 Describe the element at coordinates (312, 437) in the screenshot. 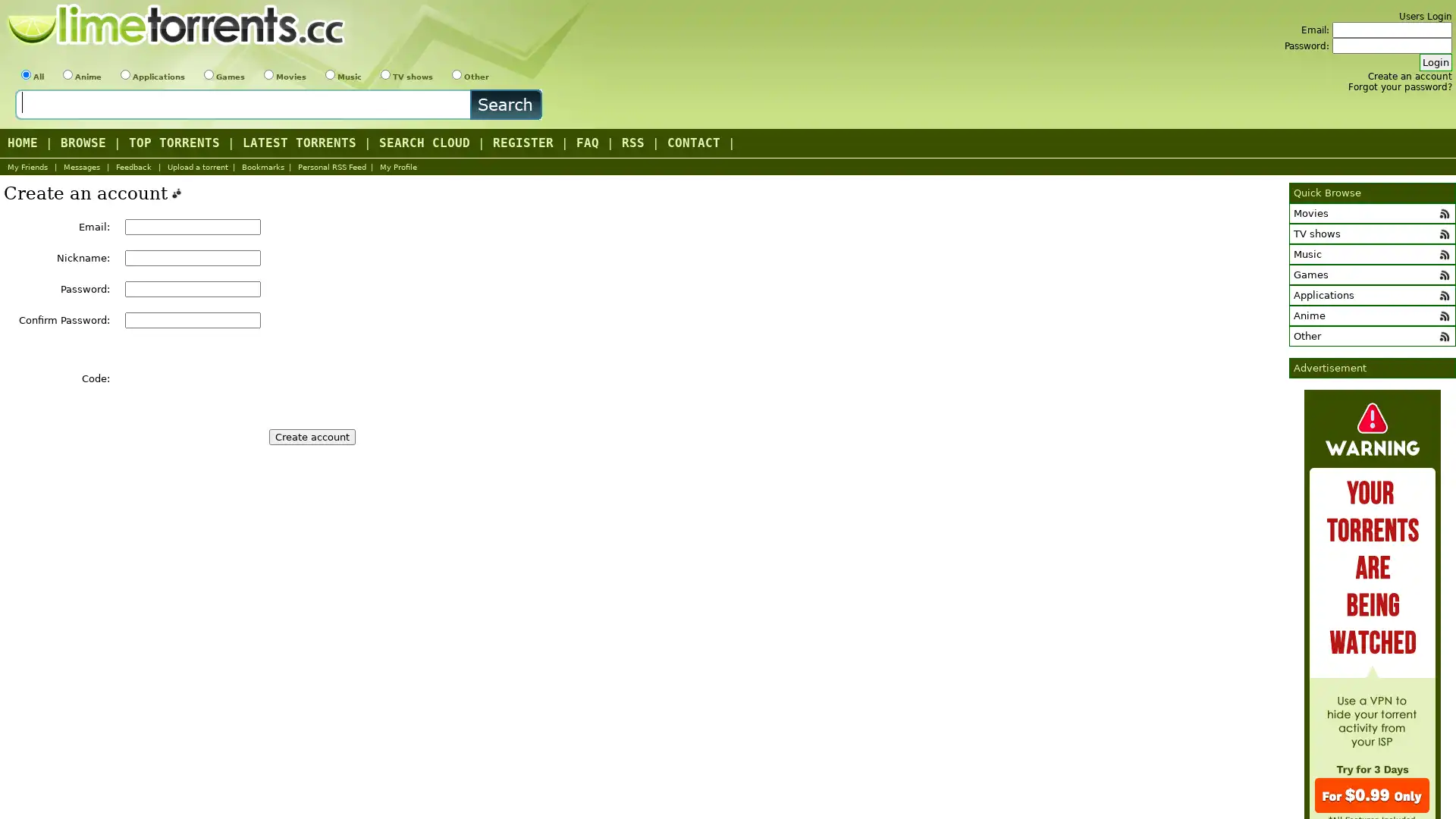

I see `Create account` at that location.